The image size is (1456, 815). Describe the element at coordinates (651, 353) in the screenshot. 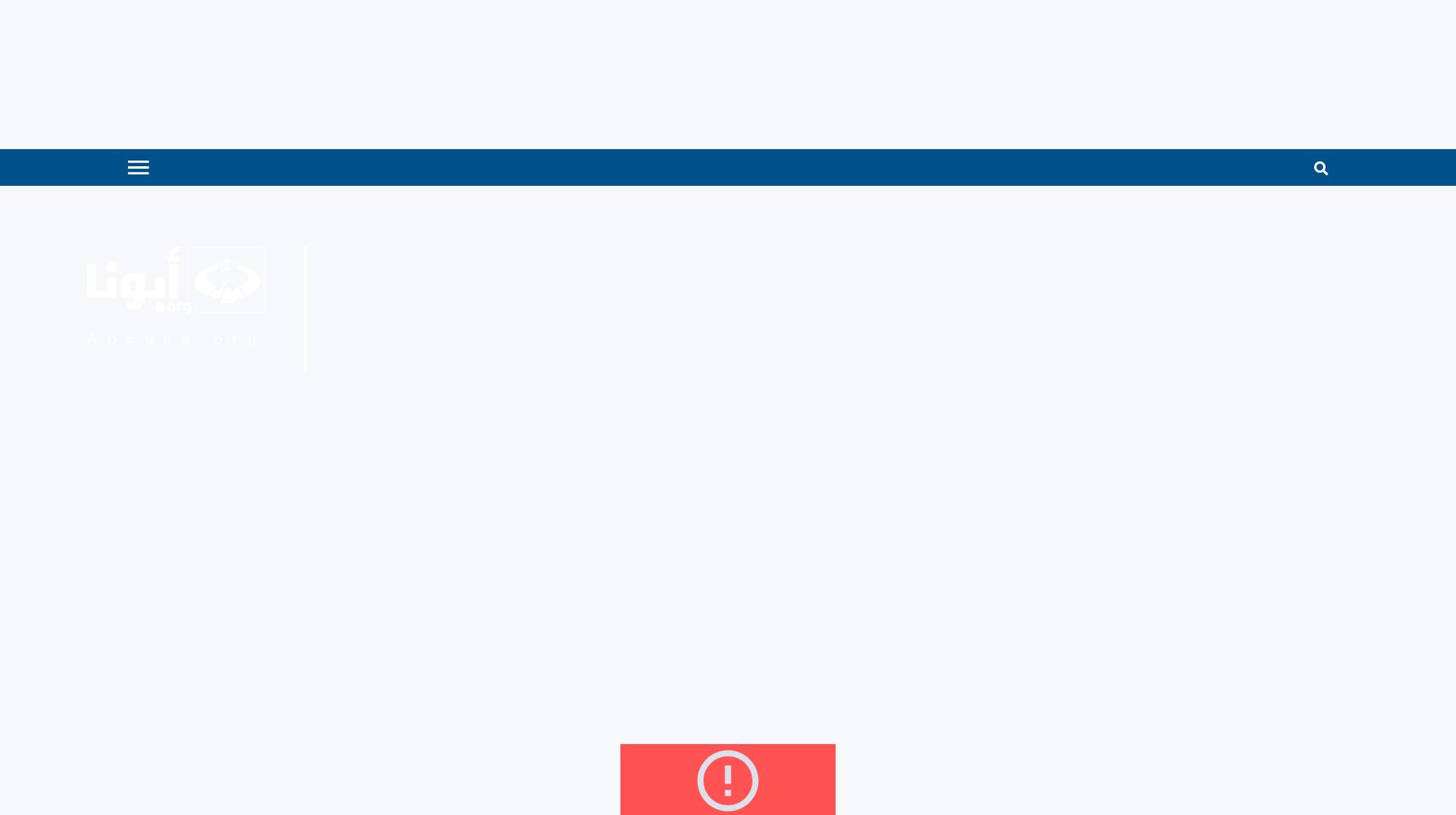

I see `'abouna.org@gmail.com'` at that location.